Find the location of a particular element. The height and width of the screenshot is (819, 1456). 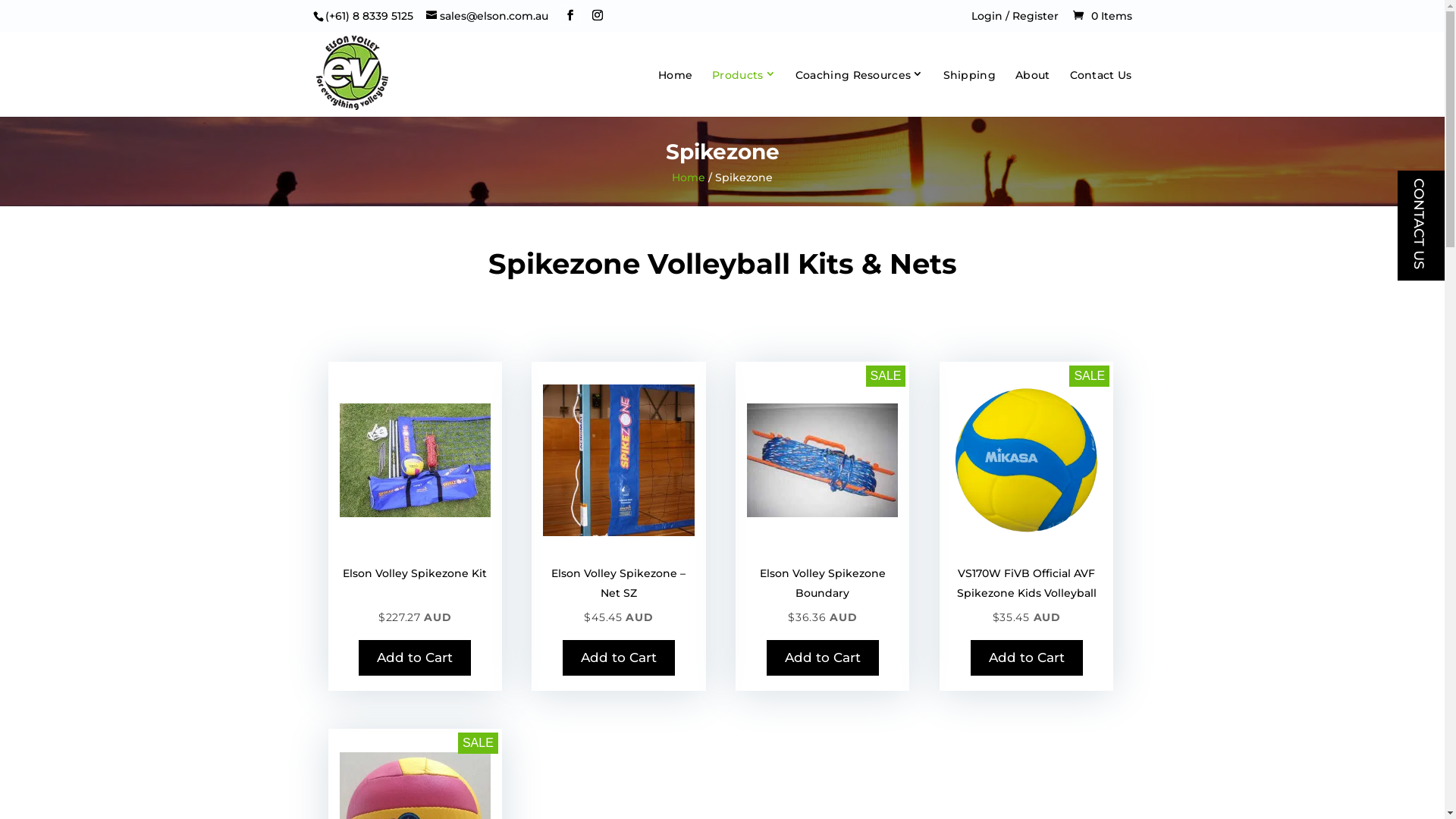

'Add to Cart' is located at coordinates (767, 657).